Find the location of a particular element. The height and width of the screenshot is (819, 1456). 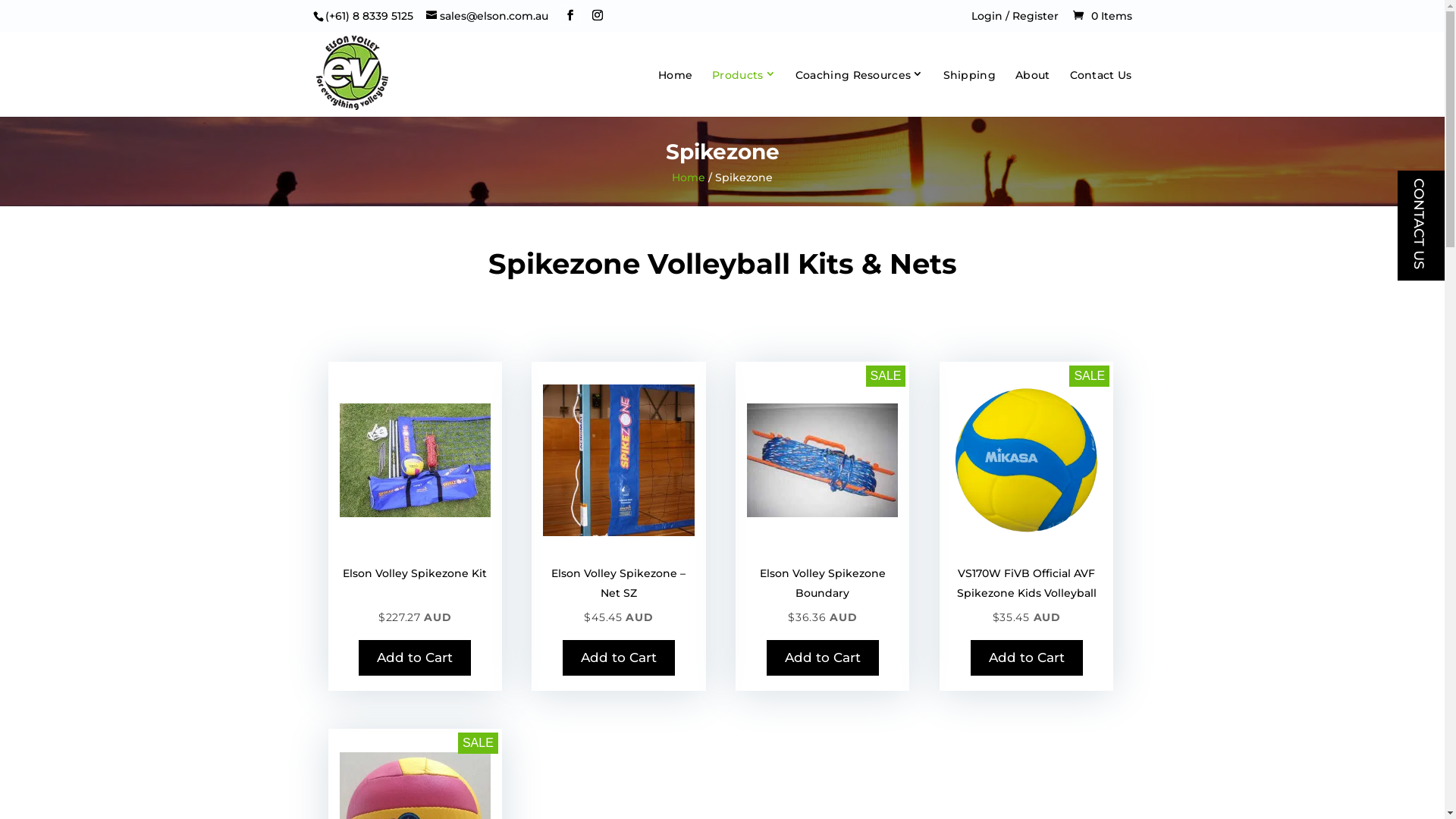

'Add to Cart' is located at coordinates (767, 657).